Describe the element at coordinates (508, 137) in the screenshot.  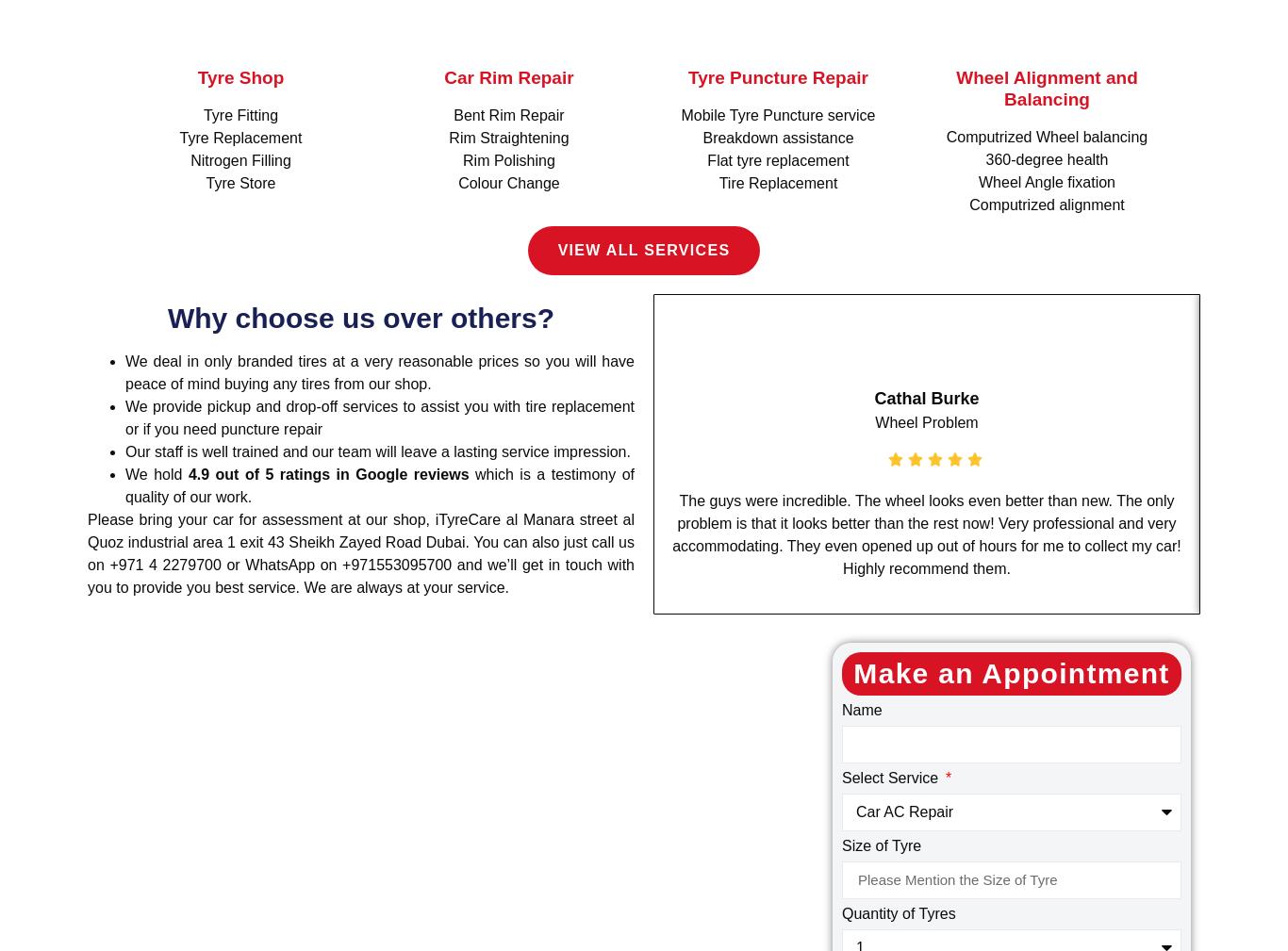
I see `'Rim Straightening'` at that location.